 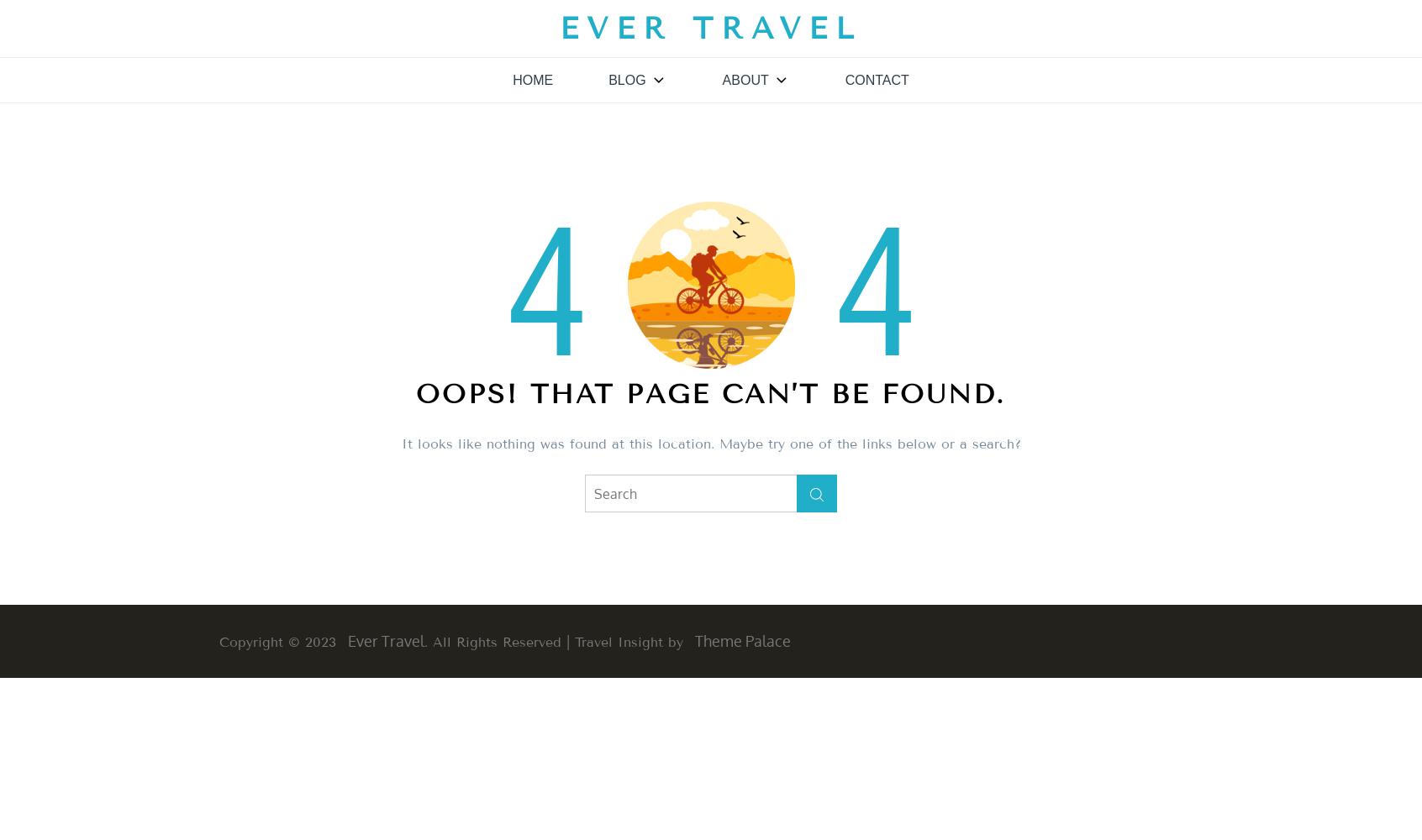 What do you see at coordinates (711, 393) in the screenshot?
I see `'Oops! That page can’t be found.'` at bounding box center [711, 393].